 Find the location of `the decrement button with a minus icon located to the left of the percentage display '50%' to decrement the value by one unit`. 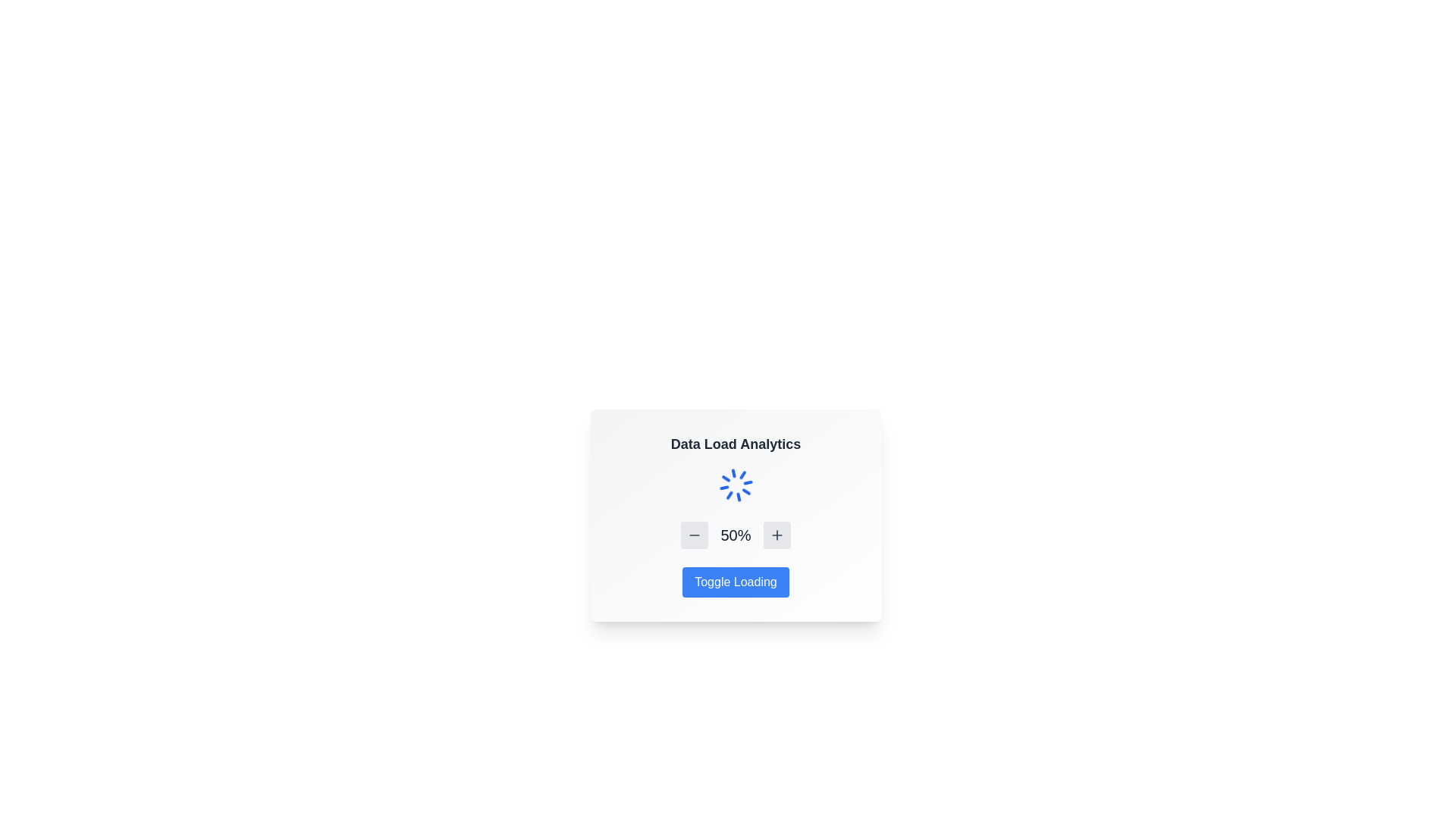

the decrement button with a minus icon located to the left of the percentage display '50%' to decrement the value by one unit is located at coordinates (694, 534).